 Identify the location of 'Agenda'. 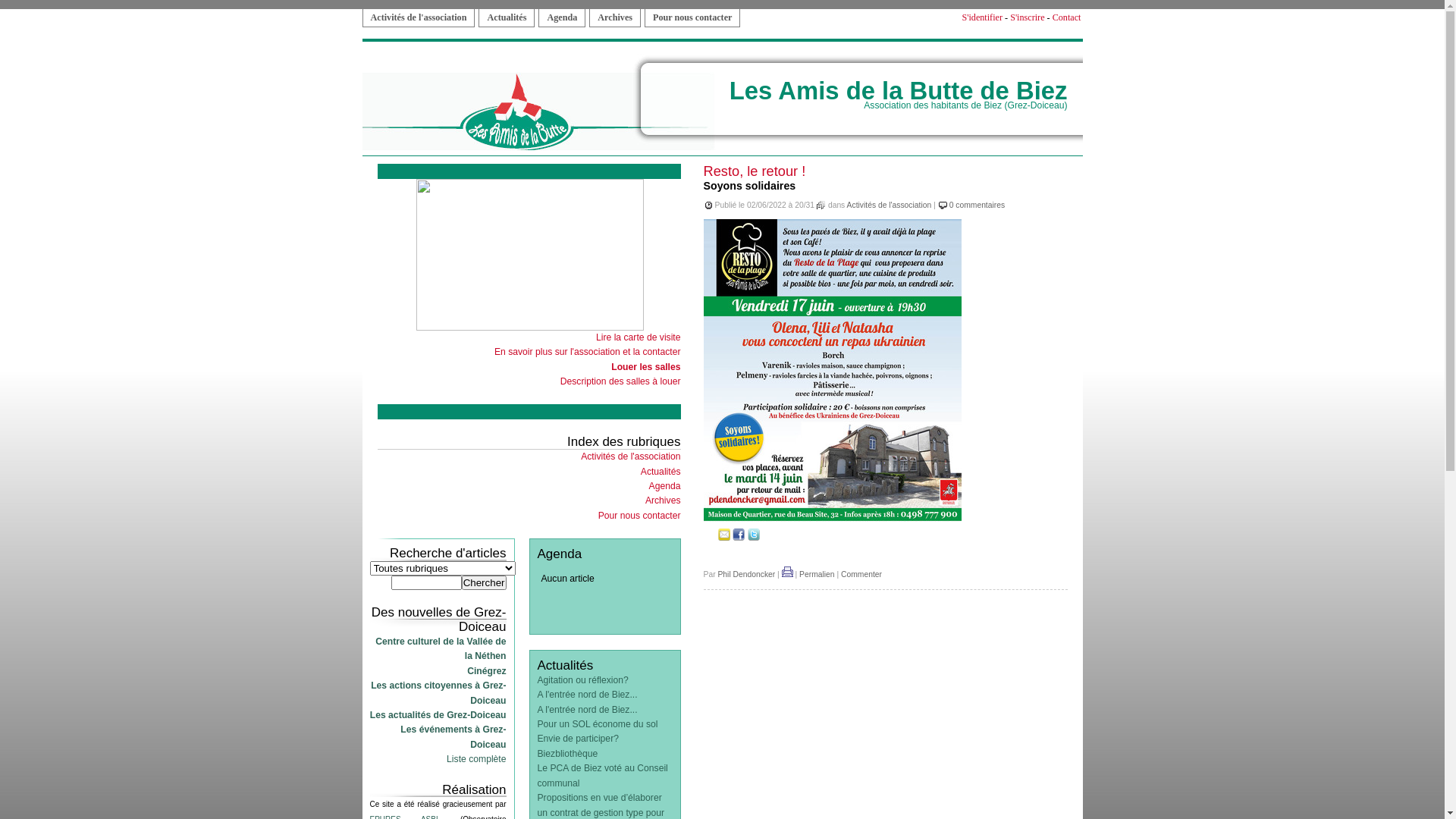
(560, 17).